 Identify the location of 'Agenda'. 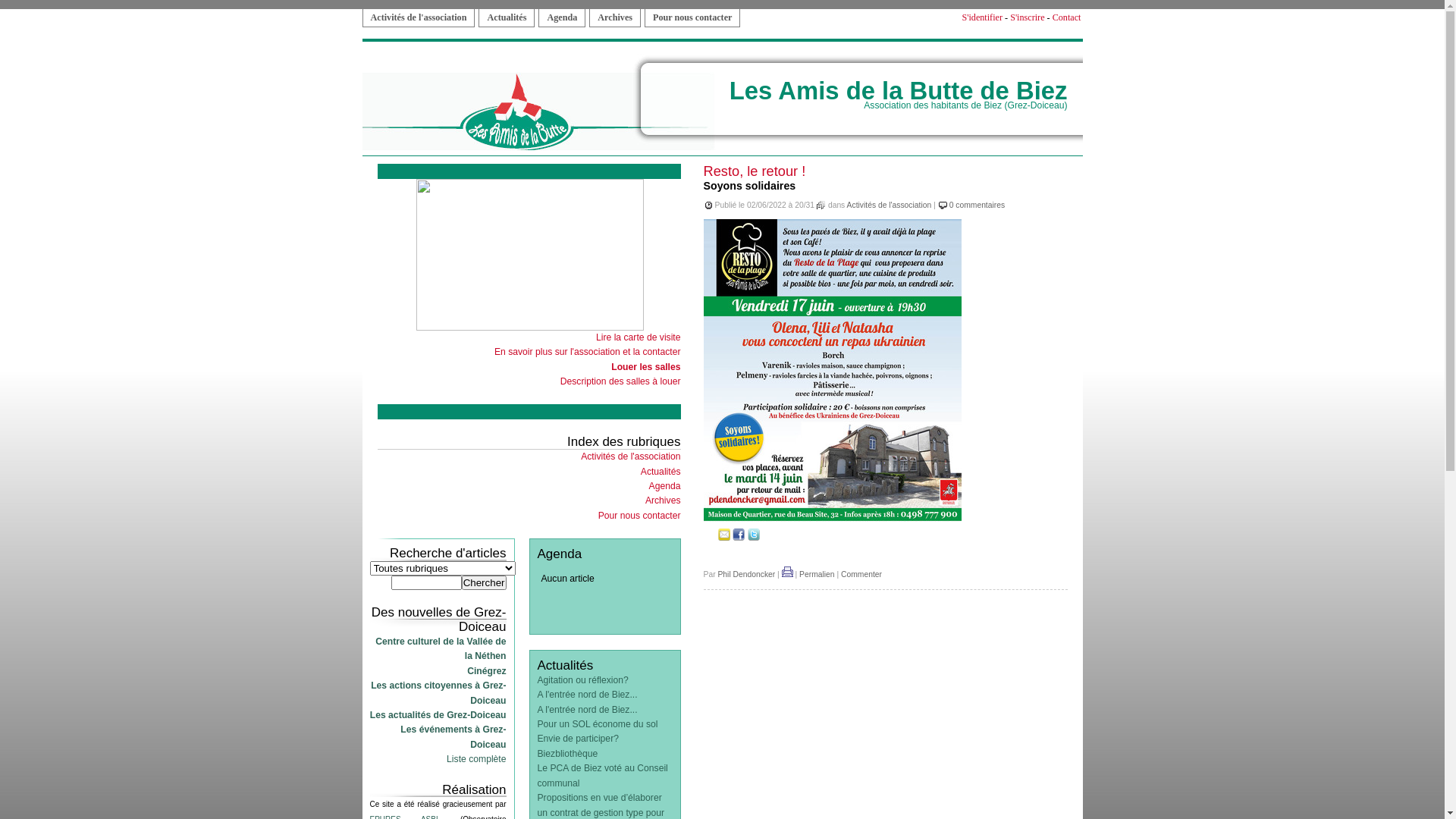
(560, 17).